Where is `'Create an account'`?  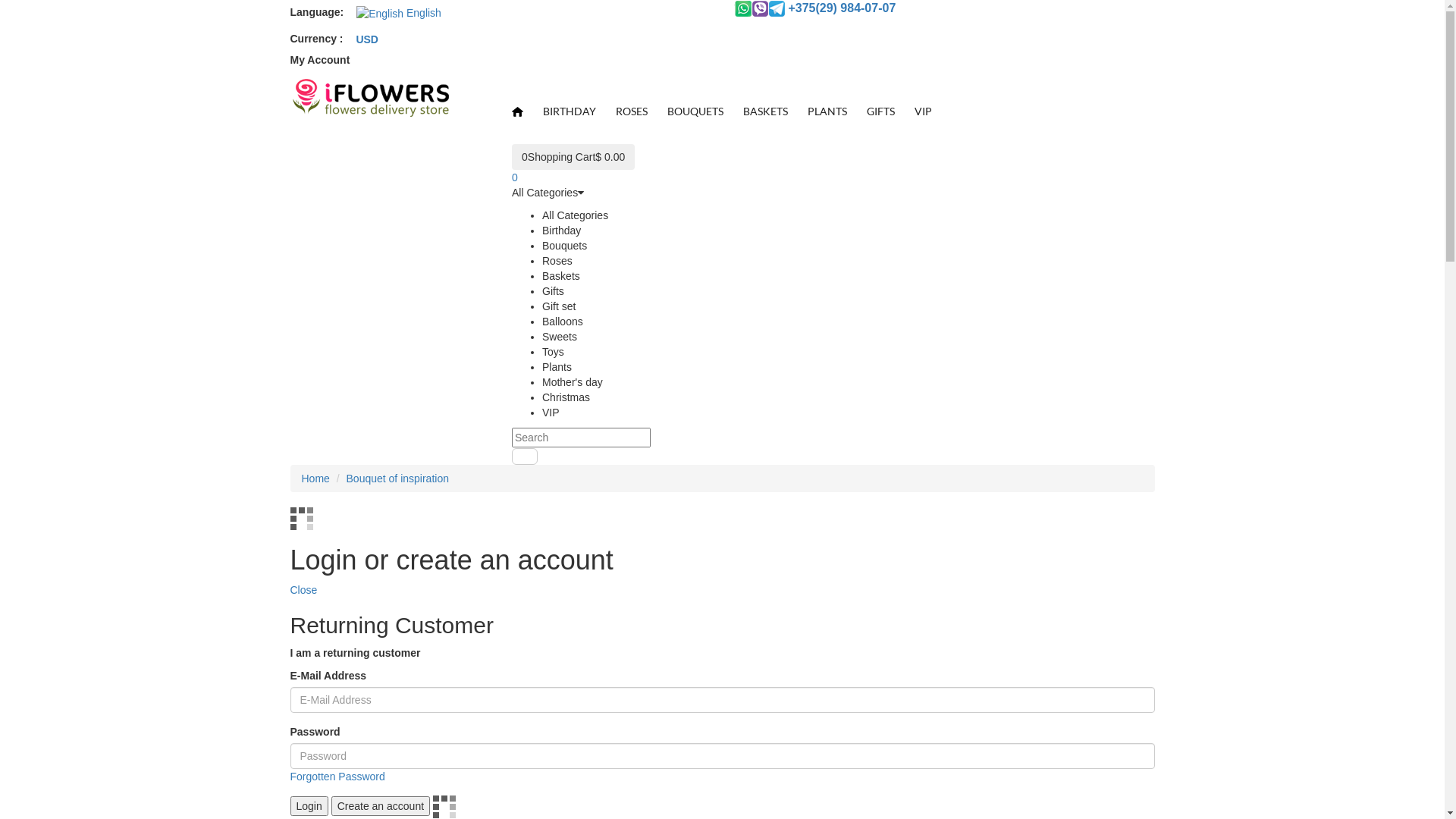 'Create an account' is located at coordinates (381, 805).